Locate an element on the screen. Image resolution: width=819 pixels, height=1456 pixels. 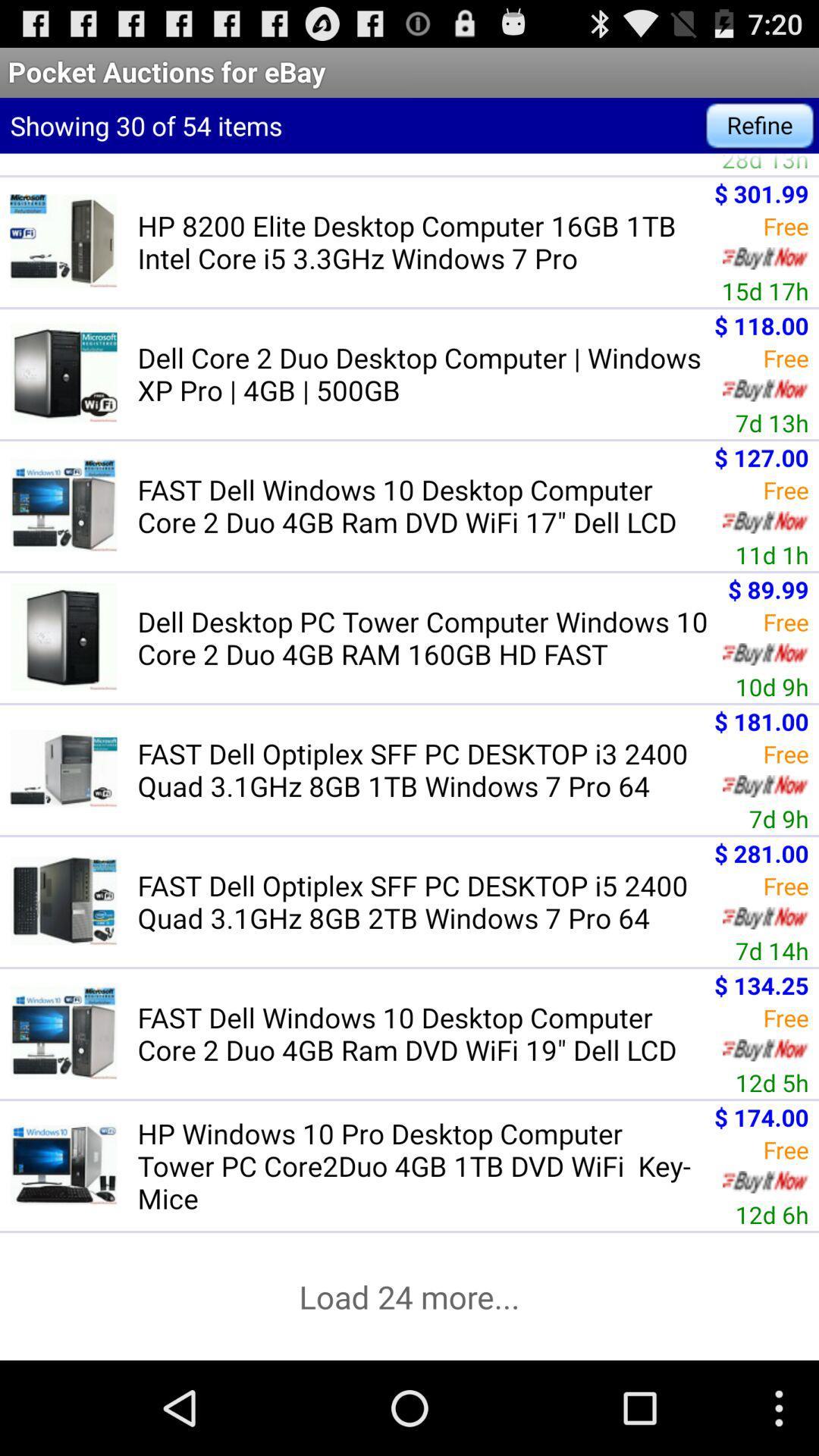
15d 17h icon is located at coordinates (765, 290).